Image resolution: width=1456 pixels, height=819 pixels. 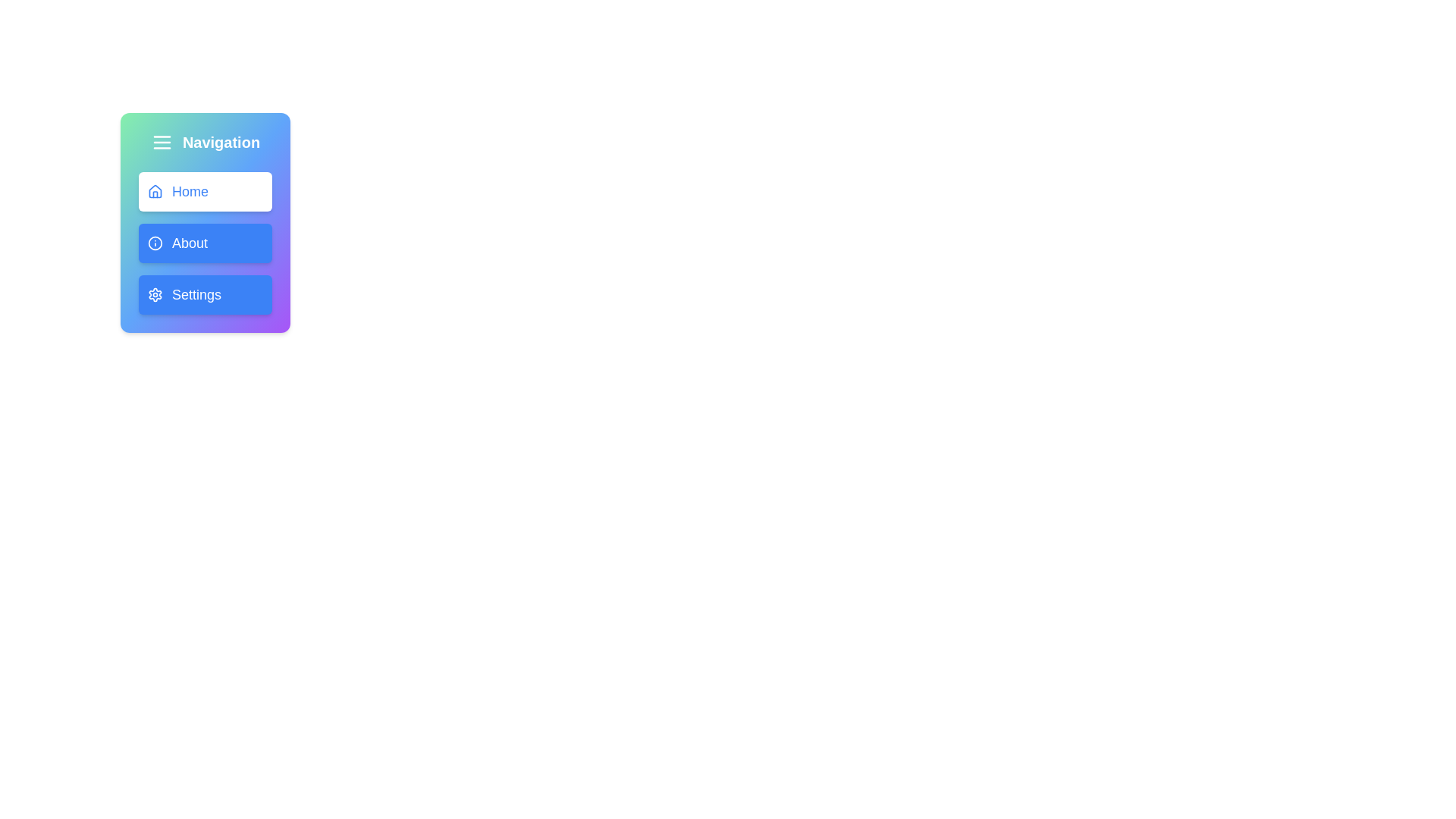 What do you see at coordinates (204, 191) in the screenshot?
I see `the 'Home' button, which is a rounded navigation button with a white background and blue text, positioned at the top of the vertically stacked navigation menu` at bounding box center [204, 191].